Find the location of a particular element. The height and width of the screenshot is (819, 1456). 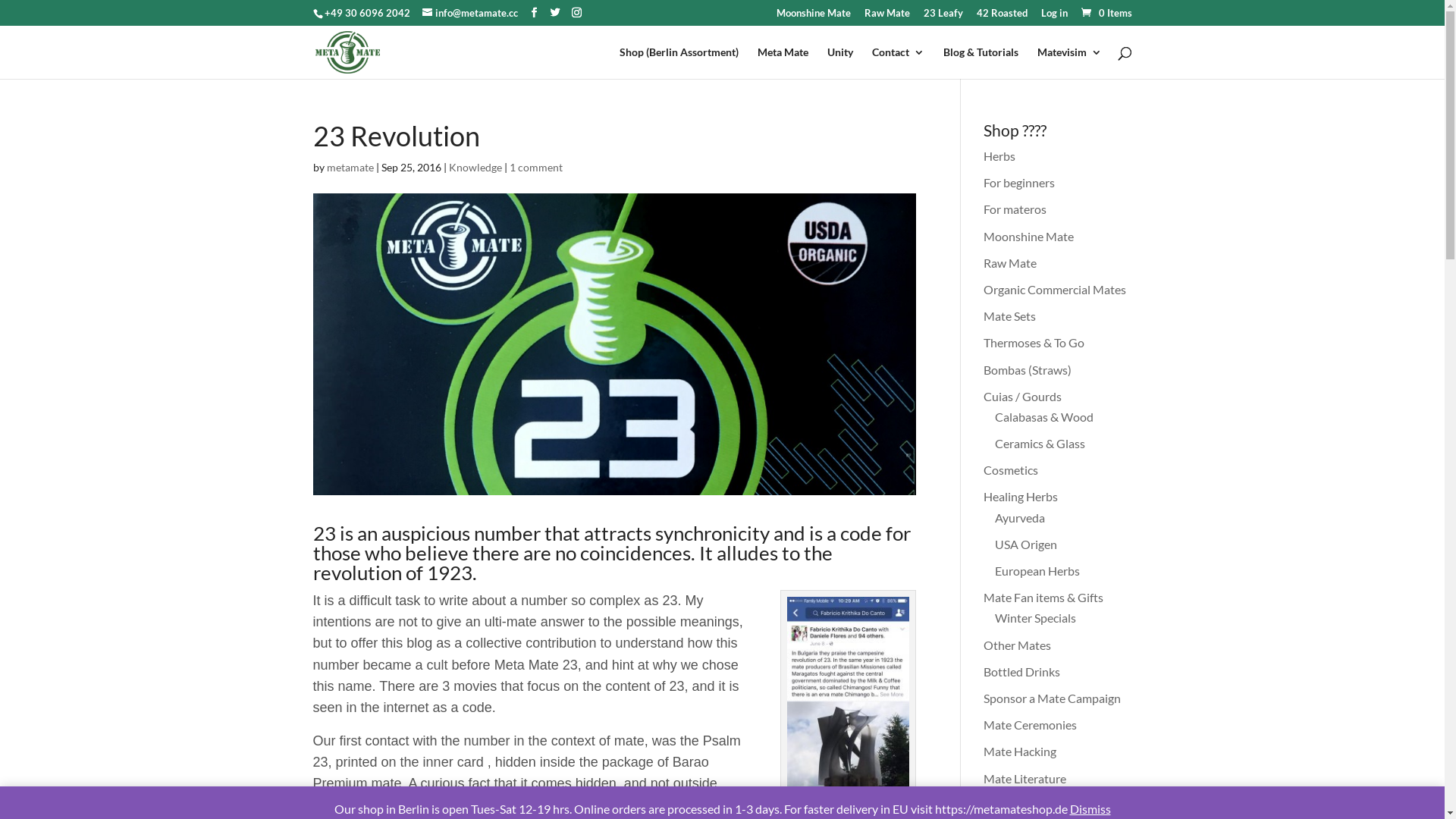

'For beginners' is located at coordinates (1019, 181).